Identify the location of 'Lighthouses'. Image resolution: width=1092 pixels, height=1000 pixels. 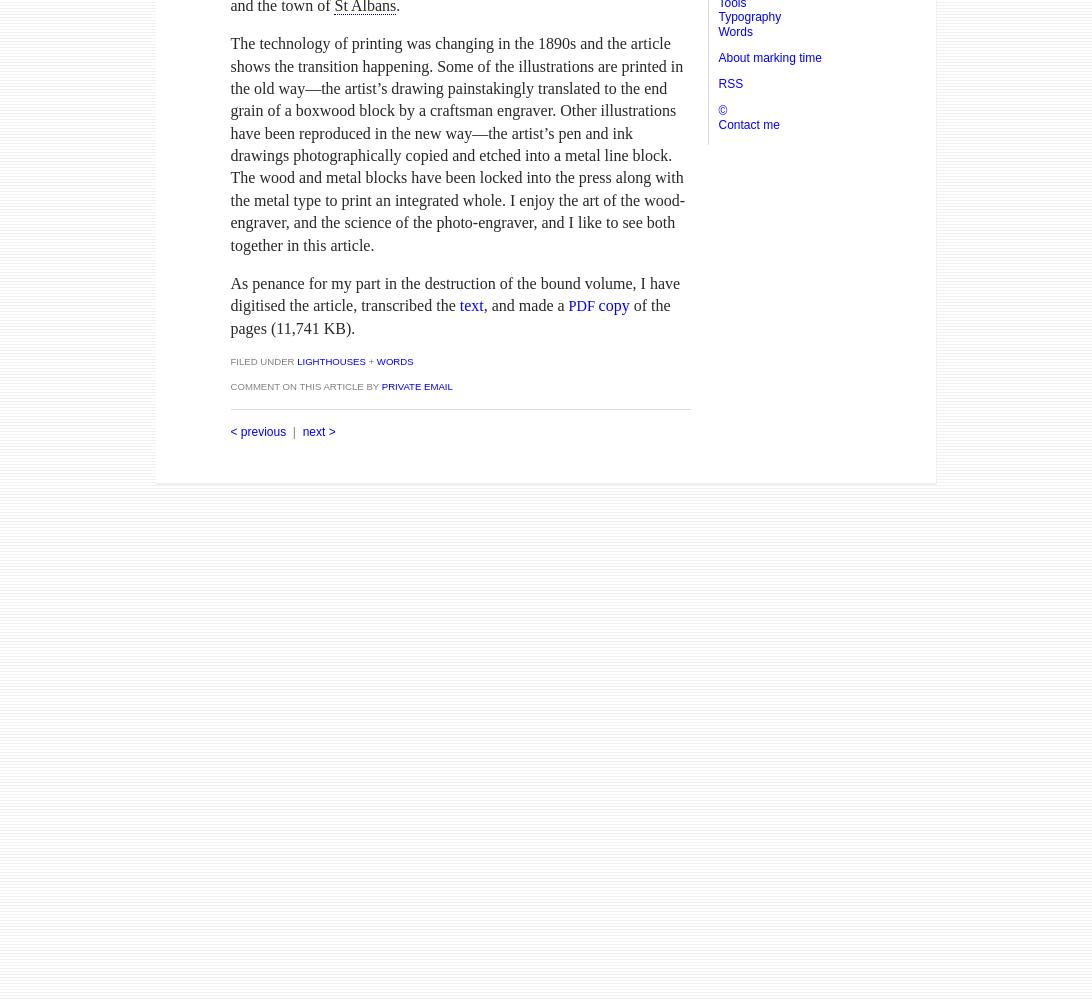
(293, 360).